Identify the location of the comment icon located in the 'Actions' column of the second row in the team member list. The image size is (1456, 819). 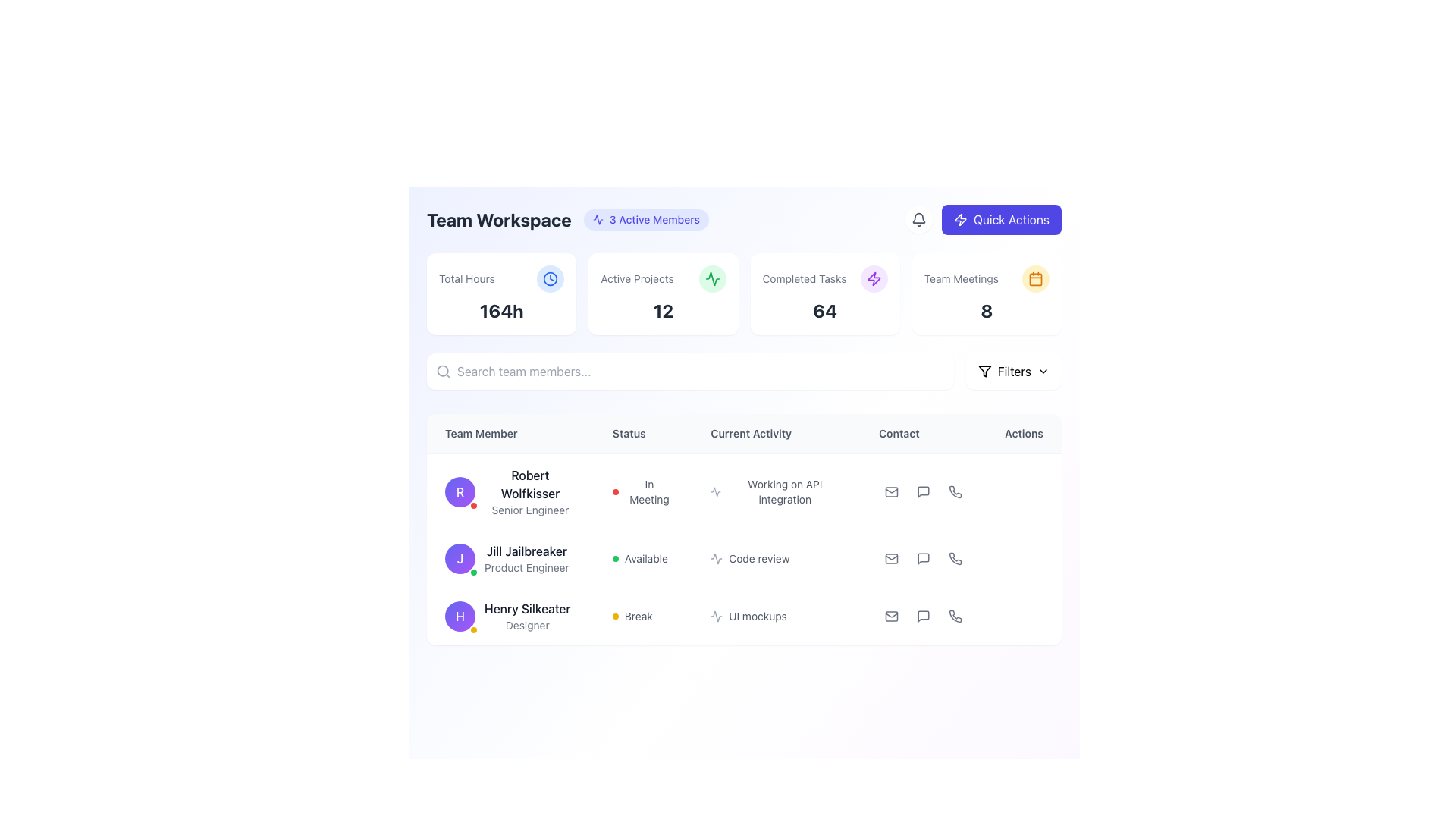
(923, 558).